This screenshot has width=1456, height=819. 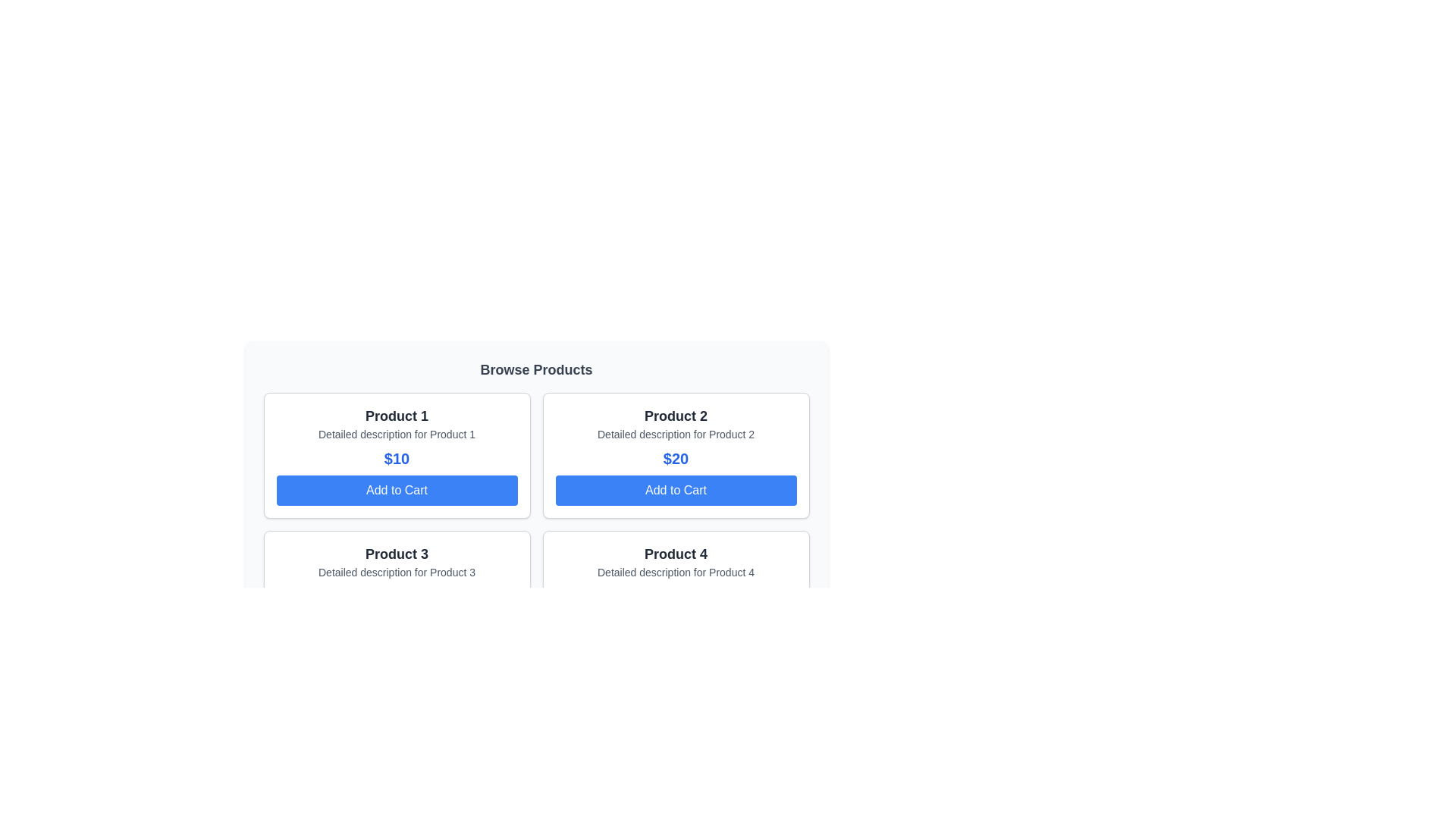 I want to click on the button with a blue background and white text reading 'Add to Cart', located at the bottom of the 'Product 1' card, so click(x=397, y=491).